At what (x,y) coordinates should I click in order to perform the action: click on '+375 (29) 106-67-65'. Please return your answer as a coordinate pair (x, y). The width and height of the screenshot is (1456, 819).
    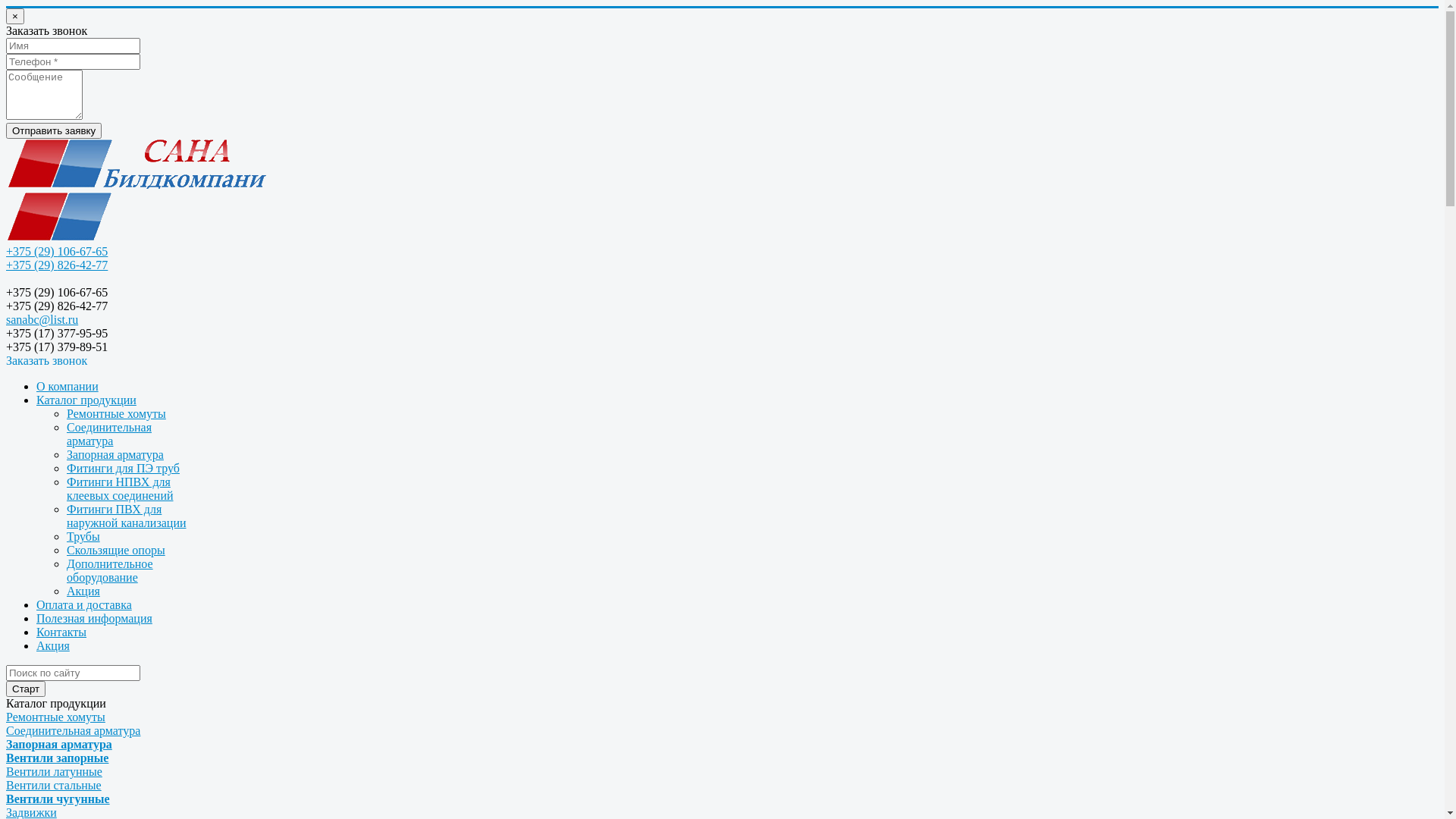
    Looking at the image, I should click on (57, 250).